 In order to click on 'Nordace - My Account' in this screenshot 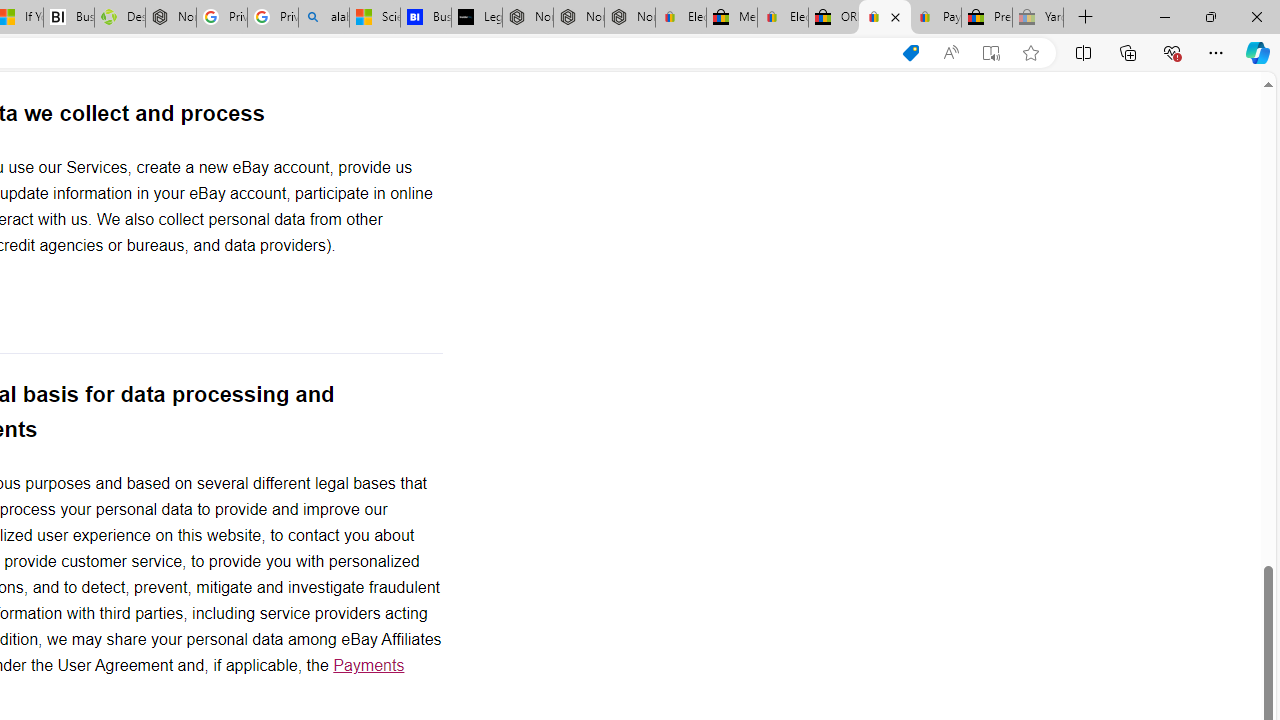, I will do `click(170, 17)`.